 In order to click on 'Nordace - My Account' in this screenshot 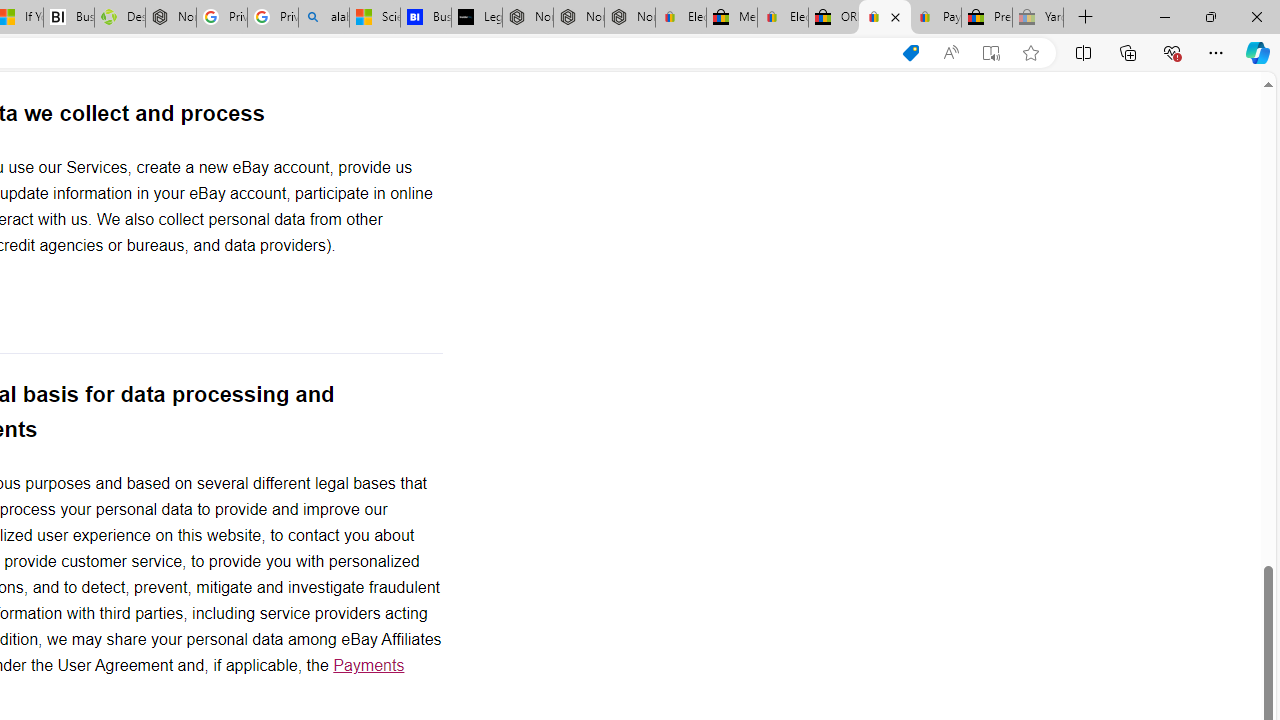, I will do `click(170, 17)`.